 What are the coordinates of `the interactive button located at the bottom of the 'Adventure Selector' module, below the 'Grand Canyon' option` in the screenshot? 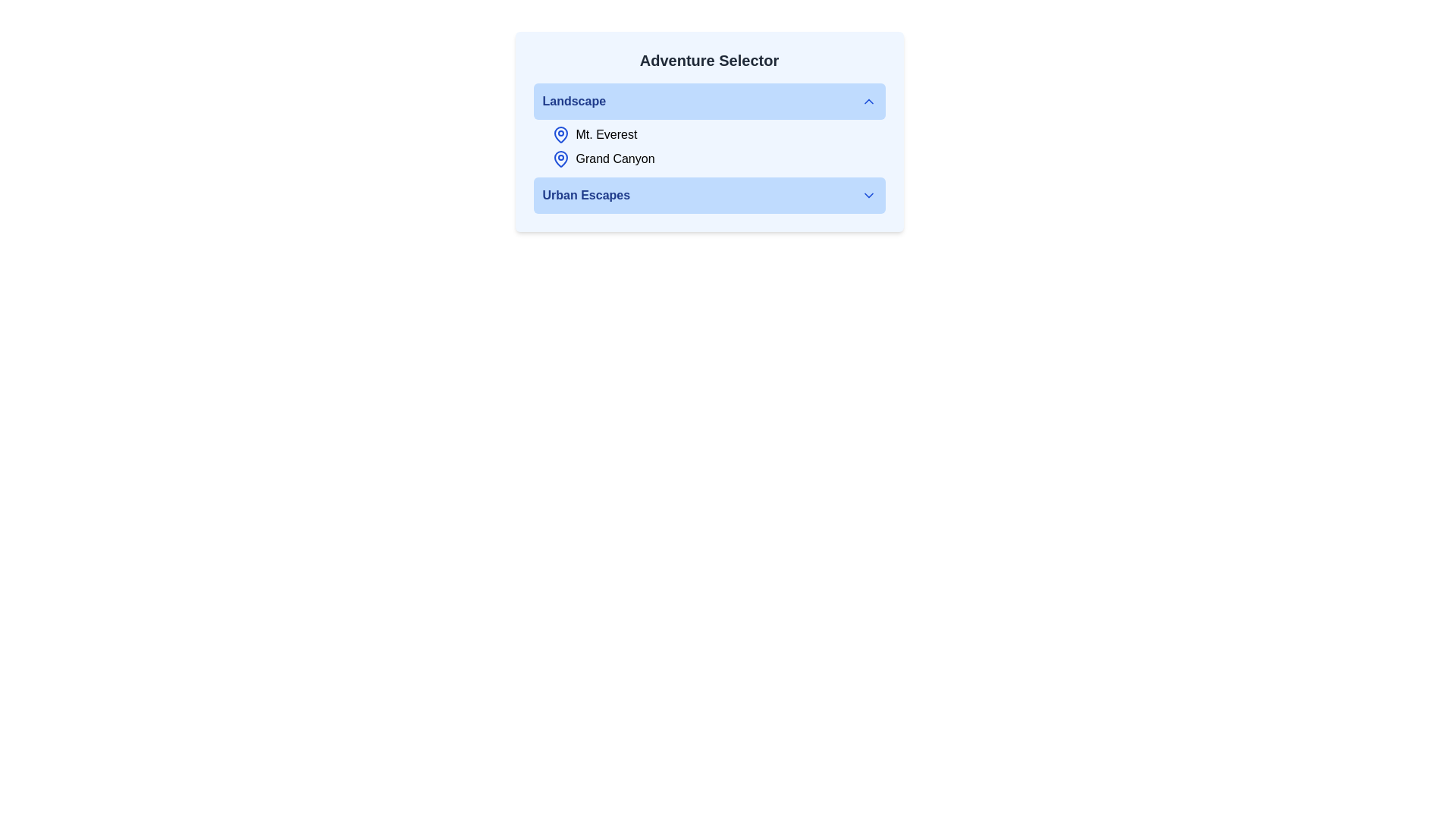 It's located at (708, 195).